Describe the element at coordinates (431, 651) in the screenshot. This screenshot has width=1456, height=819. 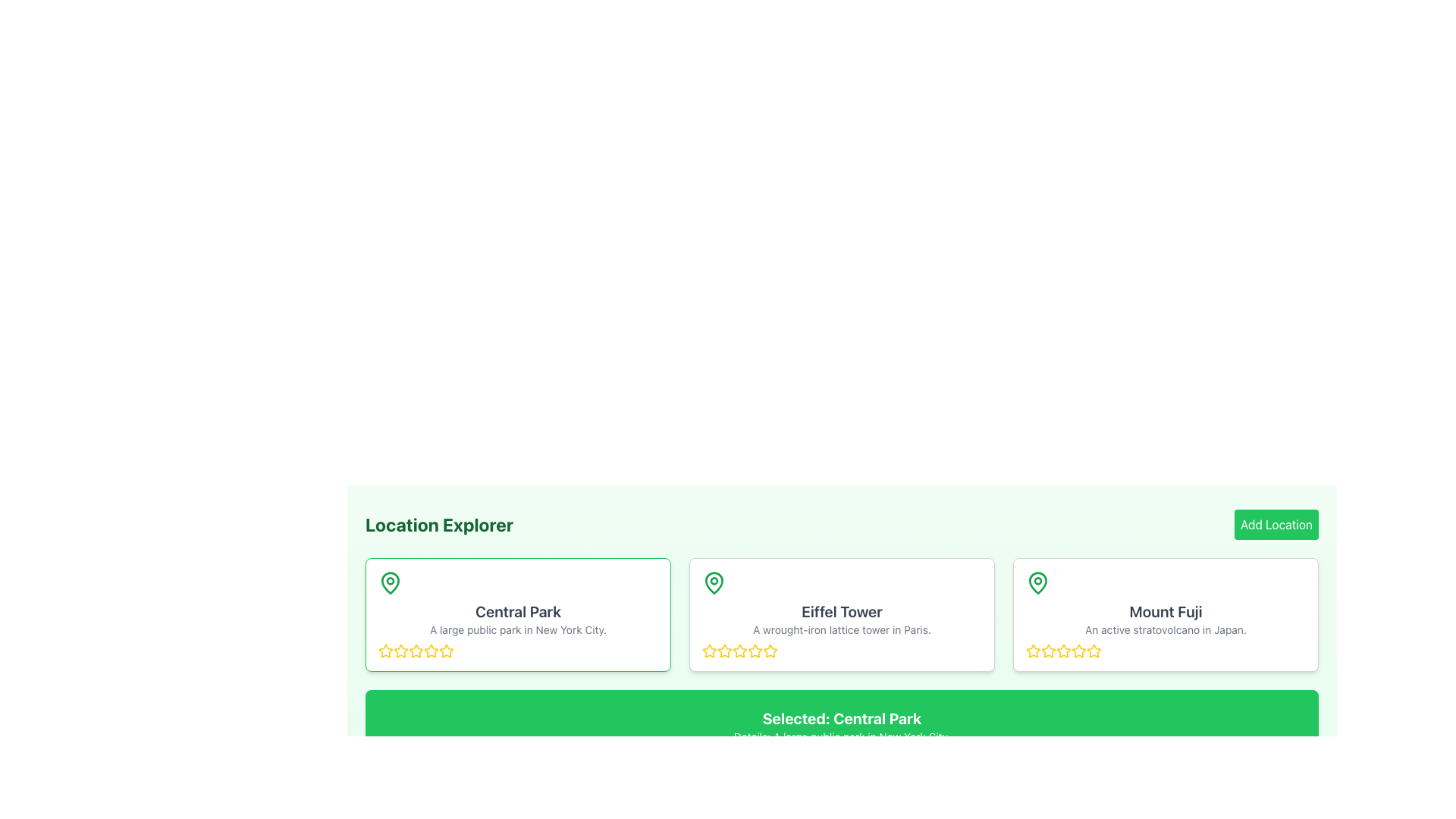
I see `the sixth yellow star icon to rate 'Central Park' in the 'Location Explorer' section` at that location.